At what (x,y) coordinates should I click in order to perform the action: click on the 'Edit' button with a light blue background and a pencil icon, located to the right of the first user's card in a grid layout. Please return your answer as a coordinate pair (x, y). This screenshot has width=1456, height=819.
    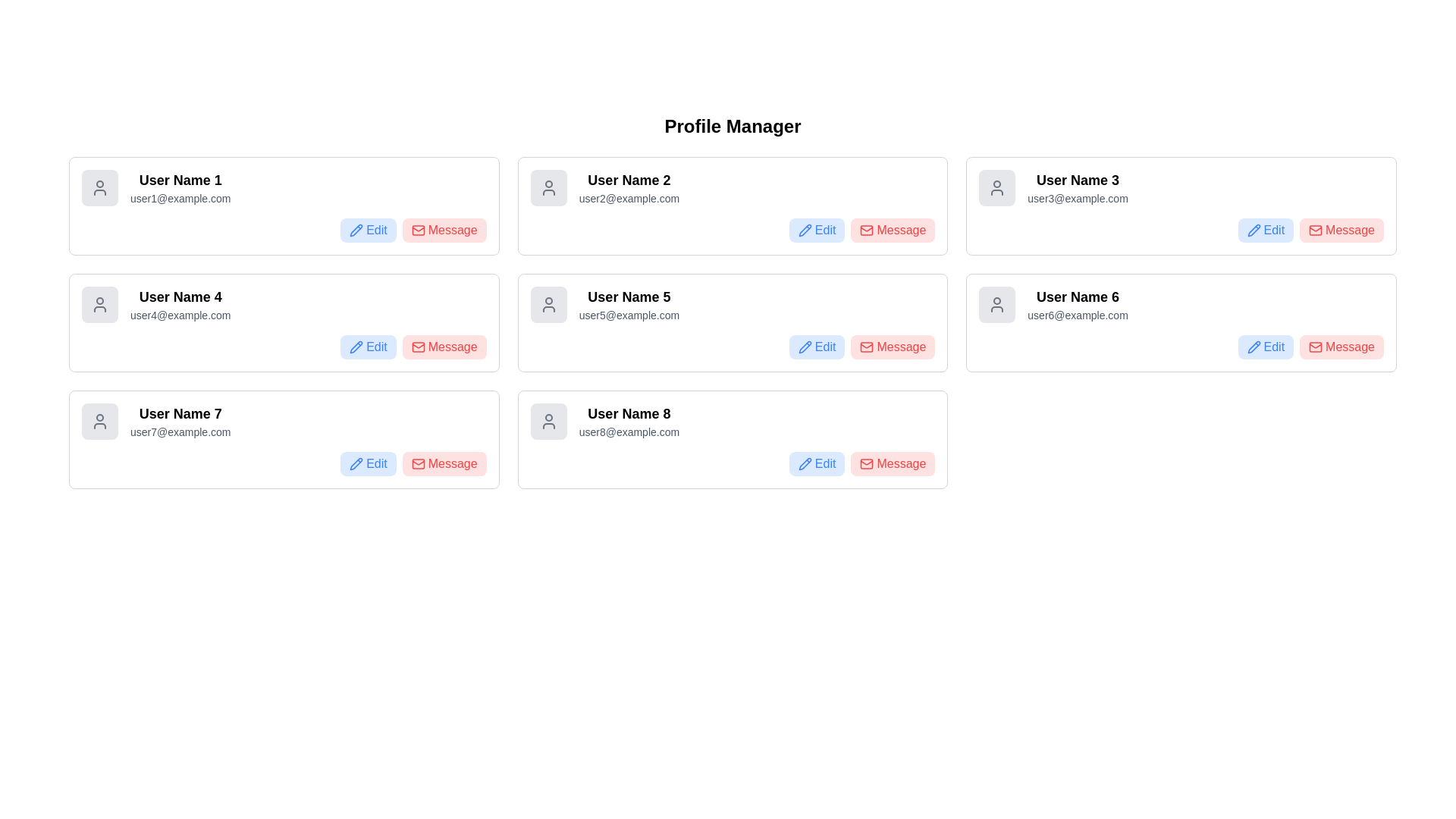
    Looking at the image, I should click on (368, 231).